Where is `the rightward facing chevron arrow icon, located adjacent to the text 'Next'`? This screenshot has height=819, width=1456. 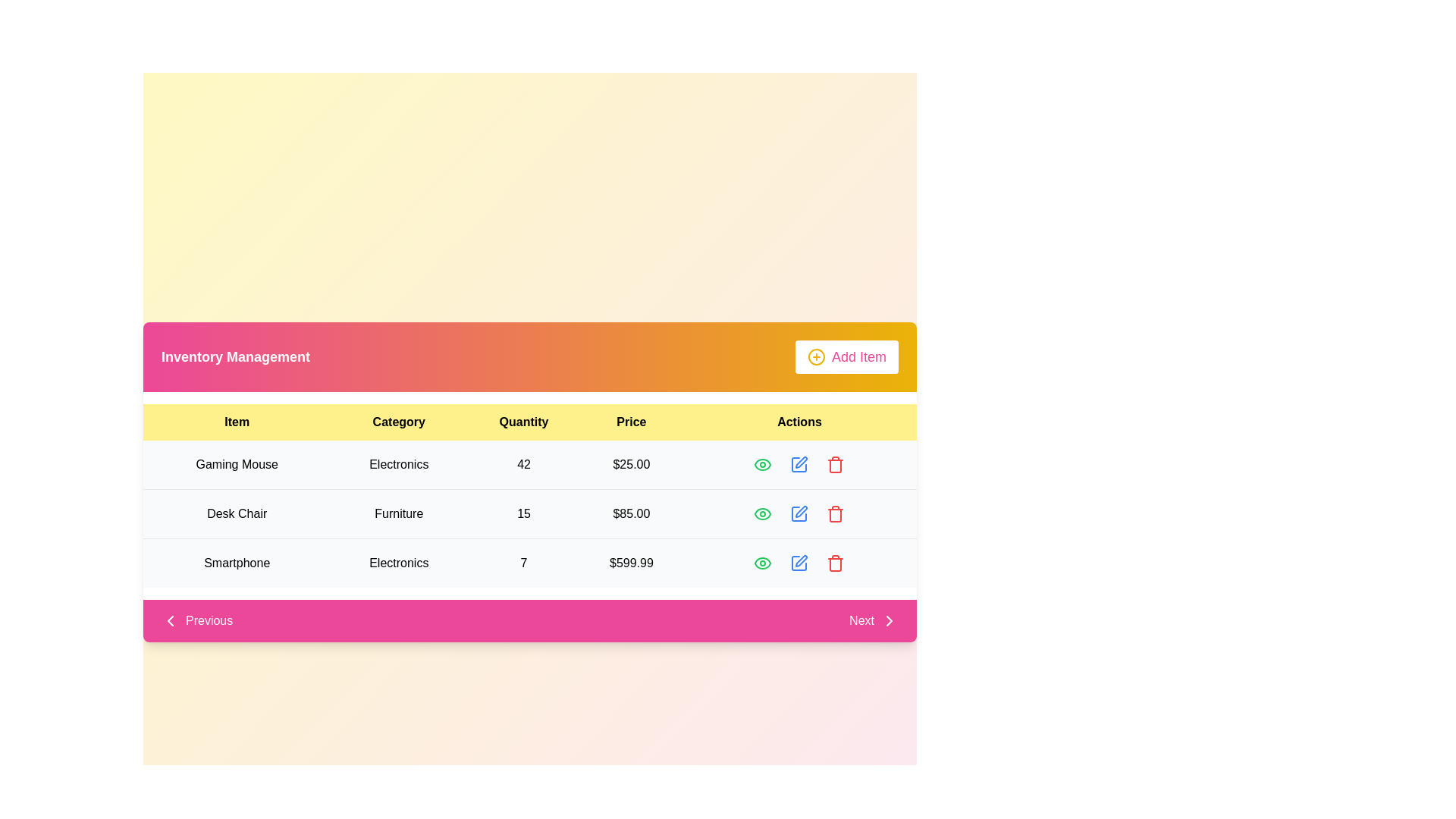
the rightward facing chevron arrow icon, located adjacent to the text 'Next' is located at coordinates (889, 620).